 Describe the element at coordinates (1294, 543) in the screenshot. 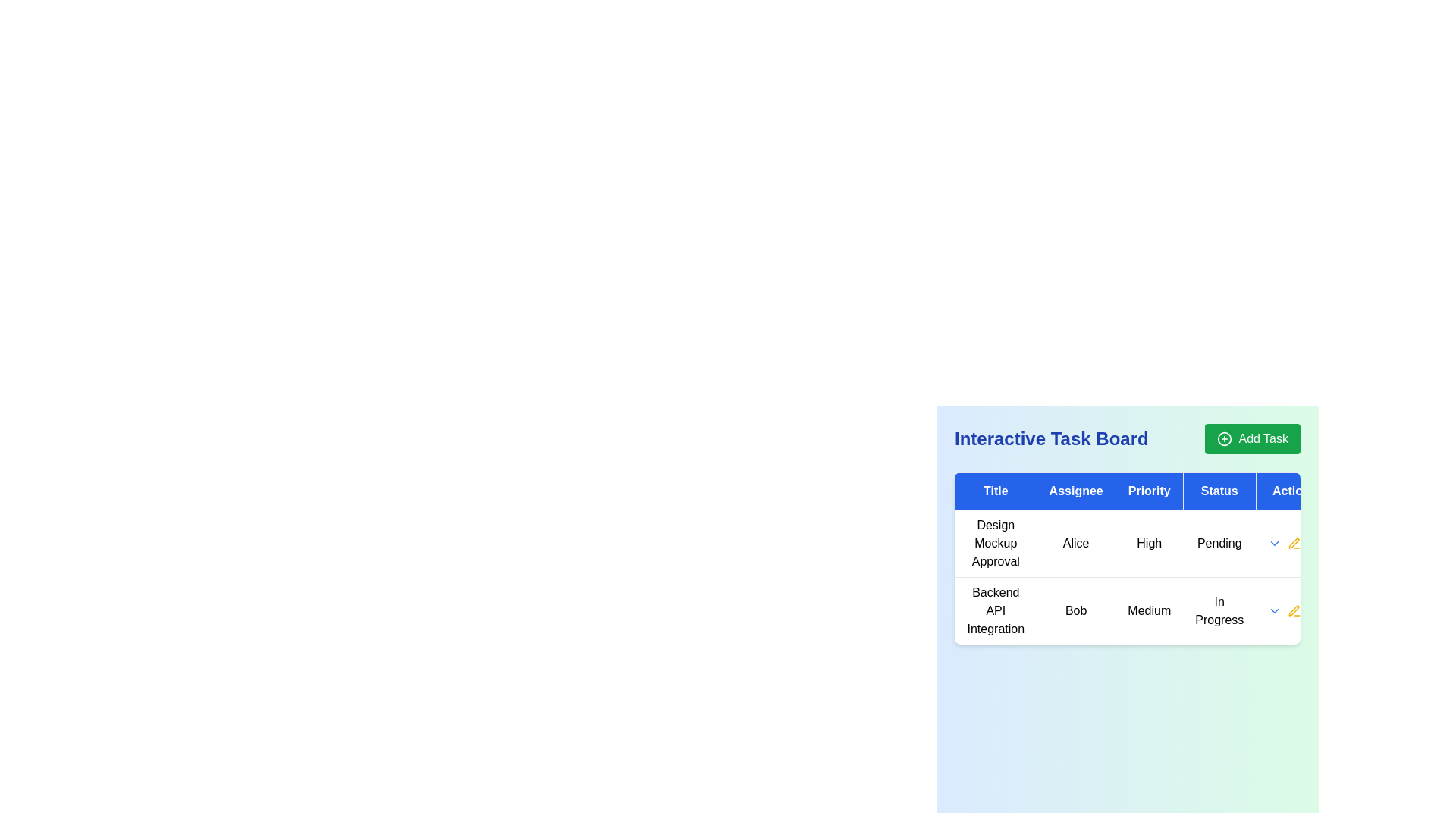

I see `the pen icon button styled in yellow located in the second row of the 'Action' column in the 'Interactive Task Board' table` at that location.